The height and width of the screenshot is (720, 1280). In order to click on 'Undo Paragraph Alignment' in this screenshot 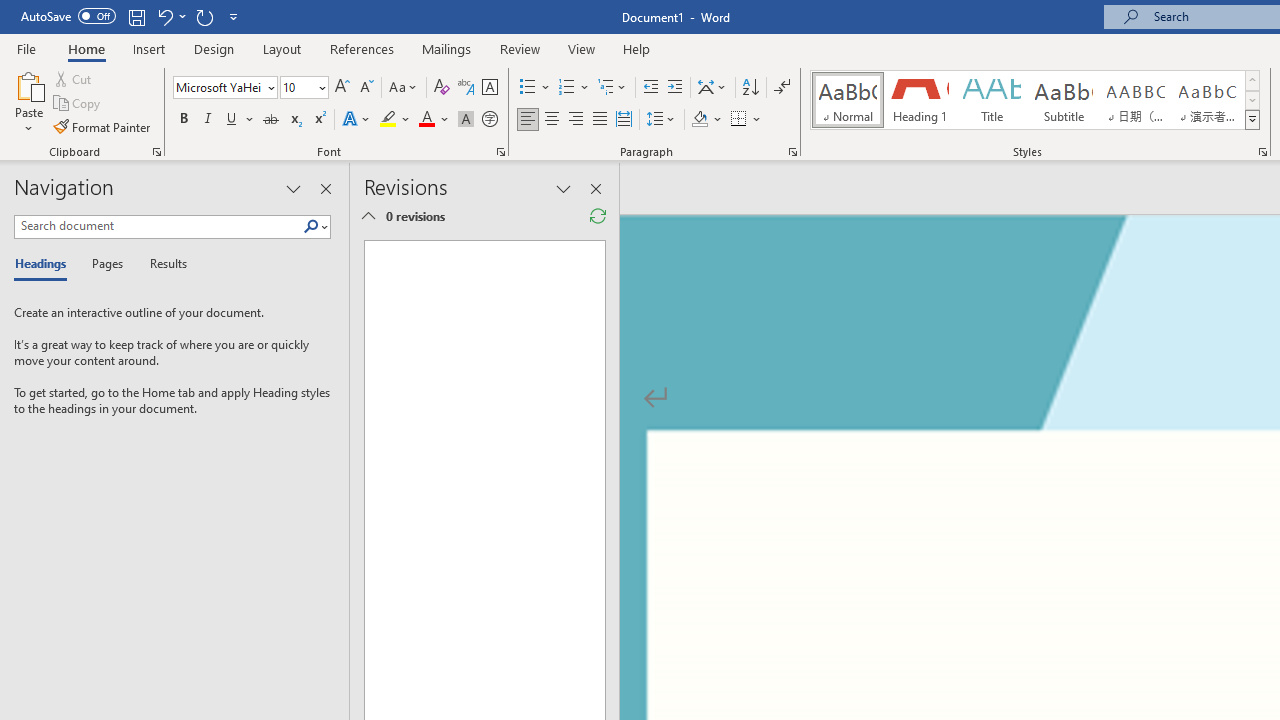, I will do `click(164, 16)`.